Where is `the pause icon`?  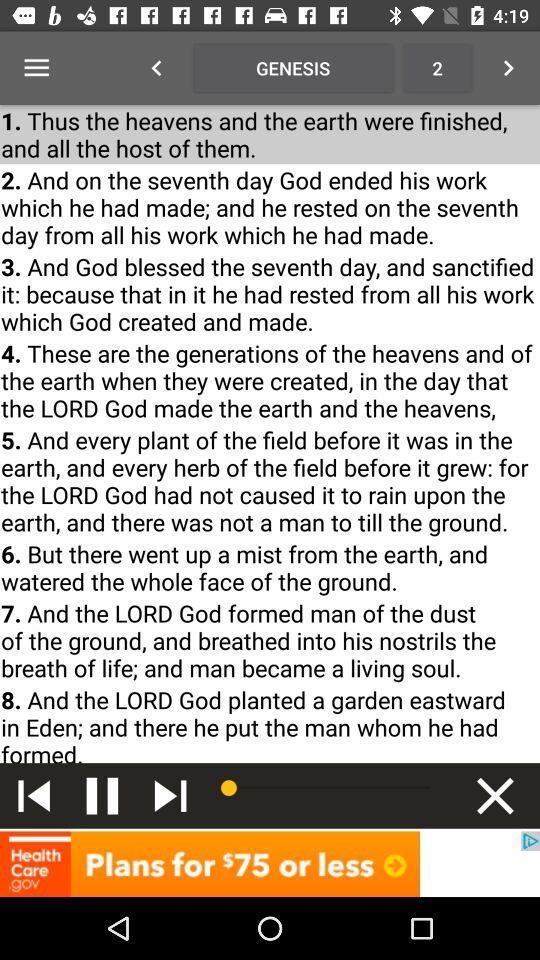 the pause icon is located at coordinates (102, 795).